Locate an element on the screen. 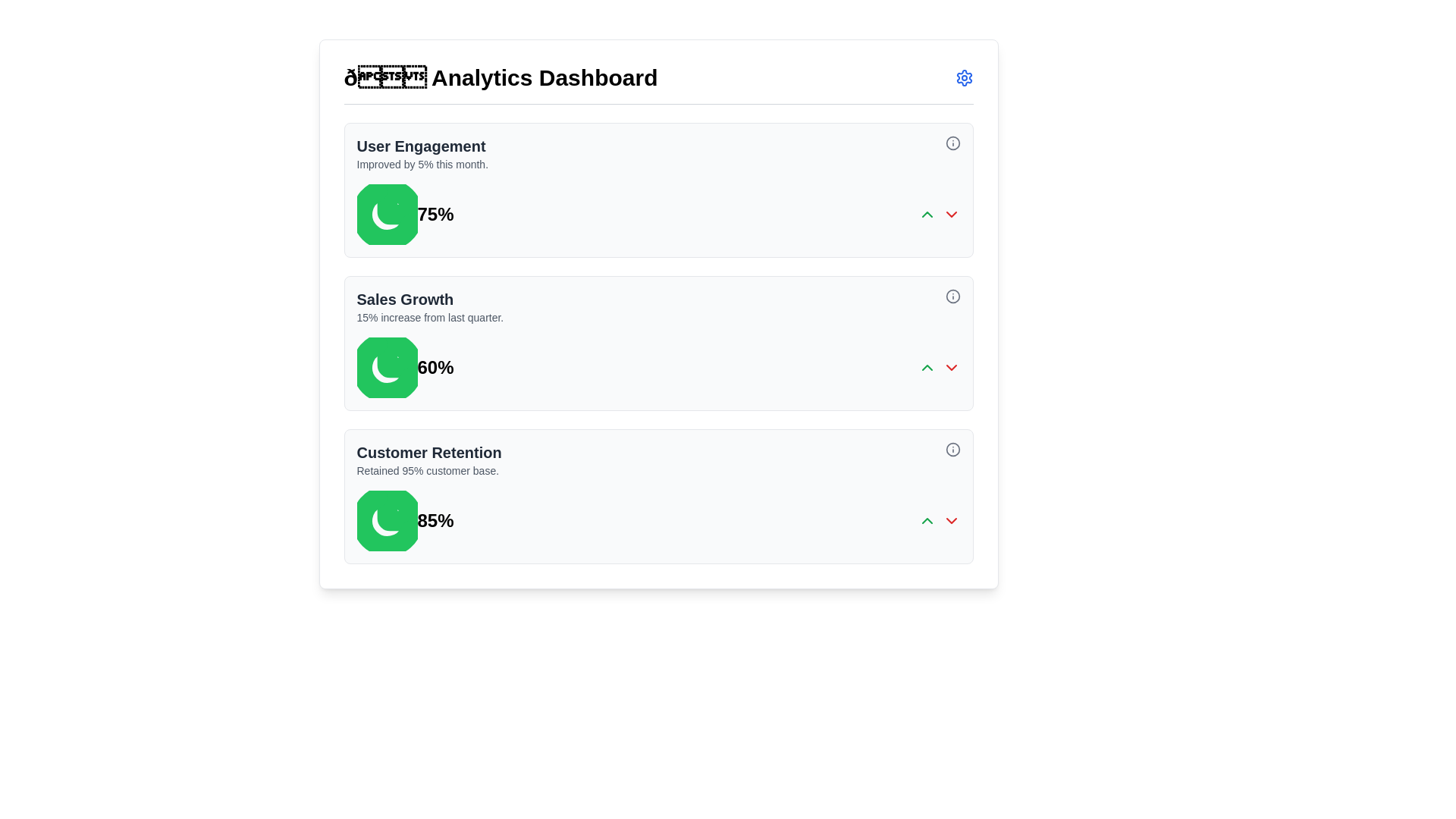 The height and width of the screenshot is (819, 1456). the Text header located at the upper central region of the analytics dashboard, which serves as the title for the page is located at coordinates (500, 78).